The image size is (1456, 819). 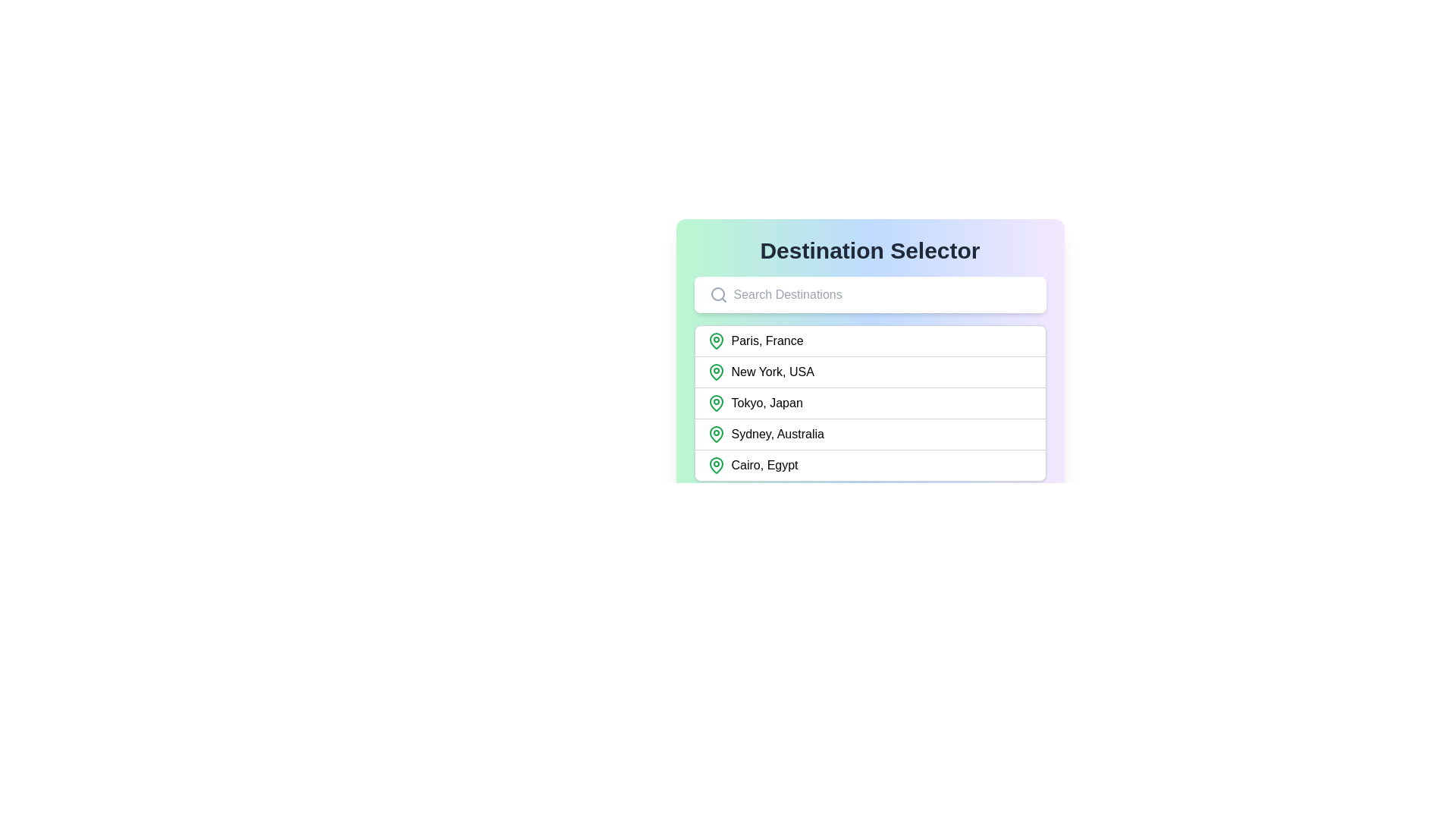 What do you see at coordinates (870, 403) in the screenshot?
I see `the location entry in the destination selector list` at bounding box center [870, 403].